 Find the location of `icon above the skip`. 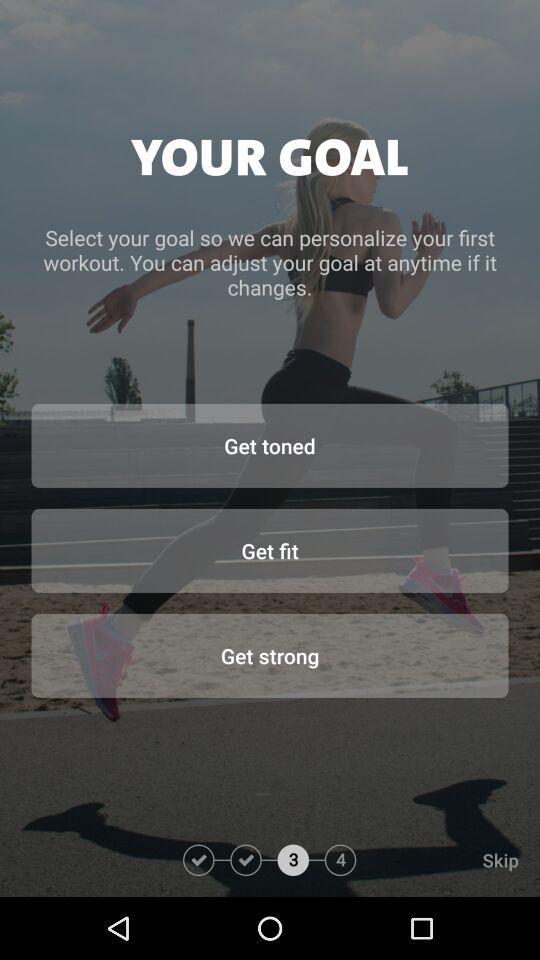

icon above the skip is located at coordinates (270, 654).